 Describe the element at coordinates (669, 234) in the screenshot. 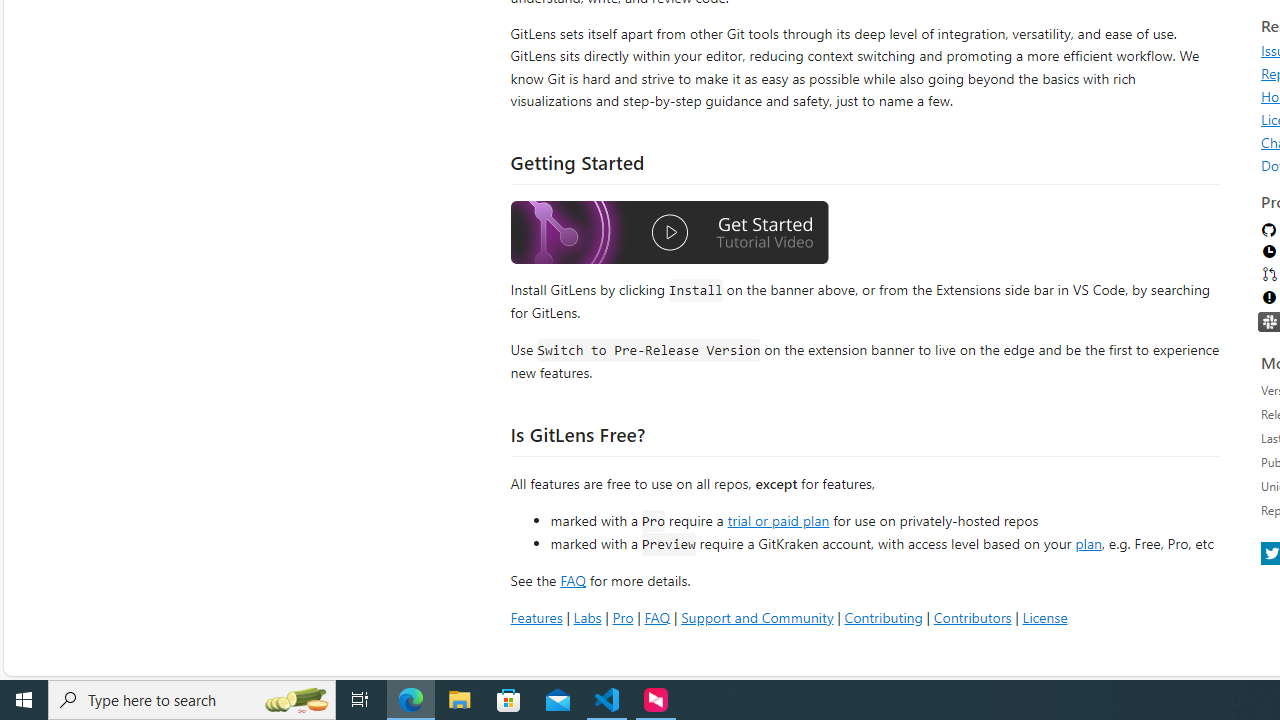

I see `'Watch the GitLens Getting Started video'` at that location.